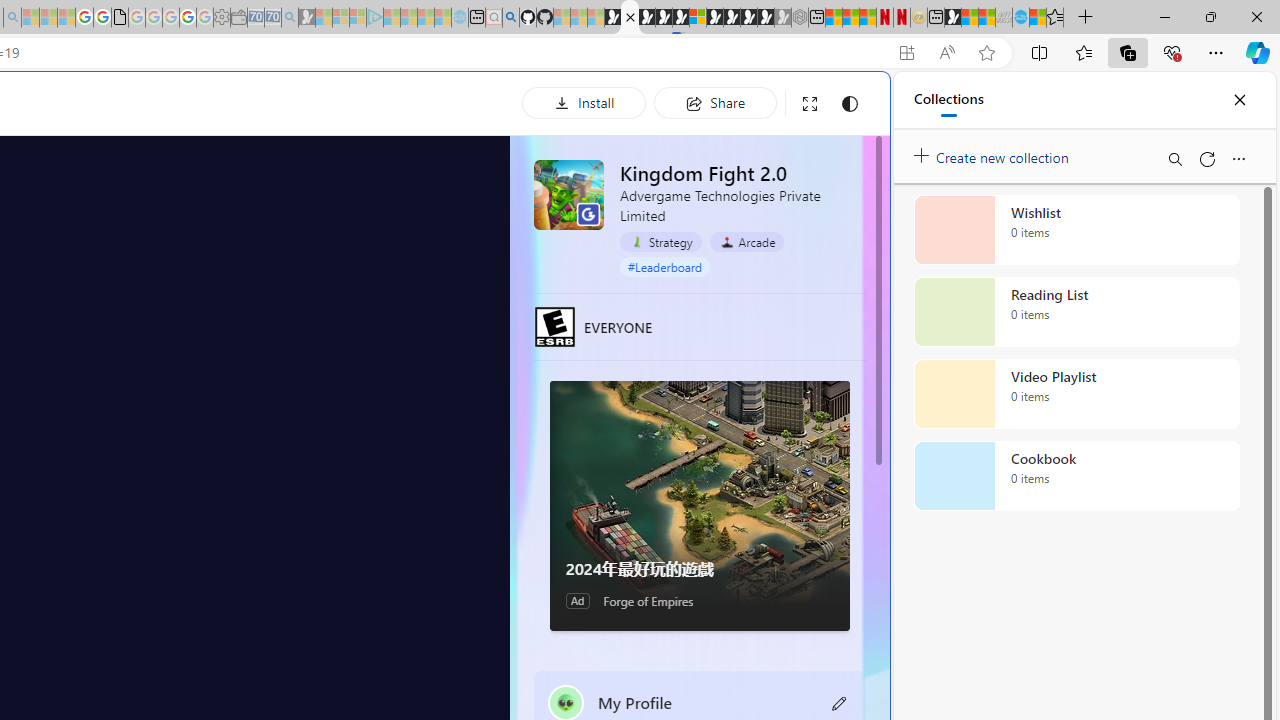 This screenshot has width=1280, height=720. Describe the element at coordinates (1076, 475) in the screenshot. I see `'Cookbook collection, 0 items'` at that location.